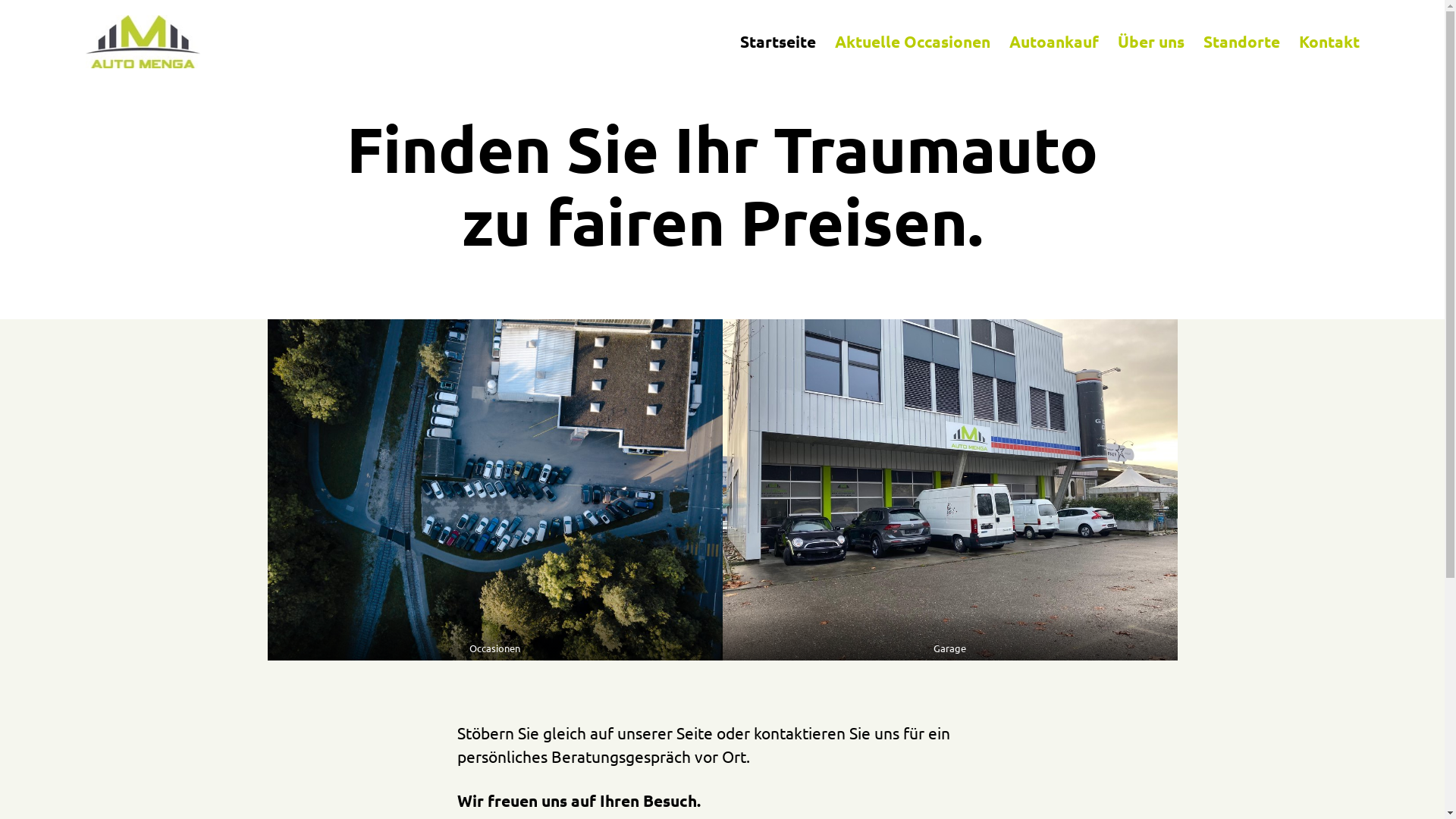 This screenshot has width=1456, height=819. I want to click on 'Standorte', so click(1241, 40).